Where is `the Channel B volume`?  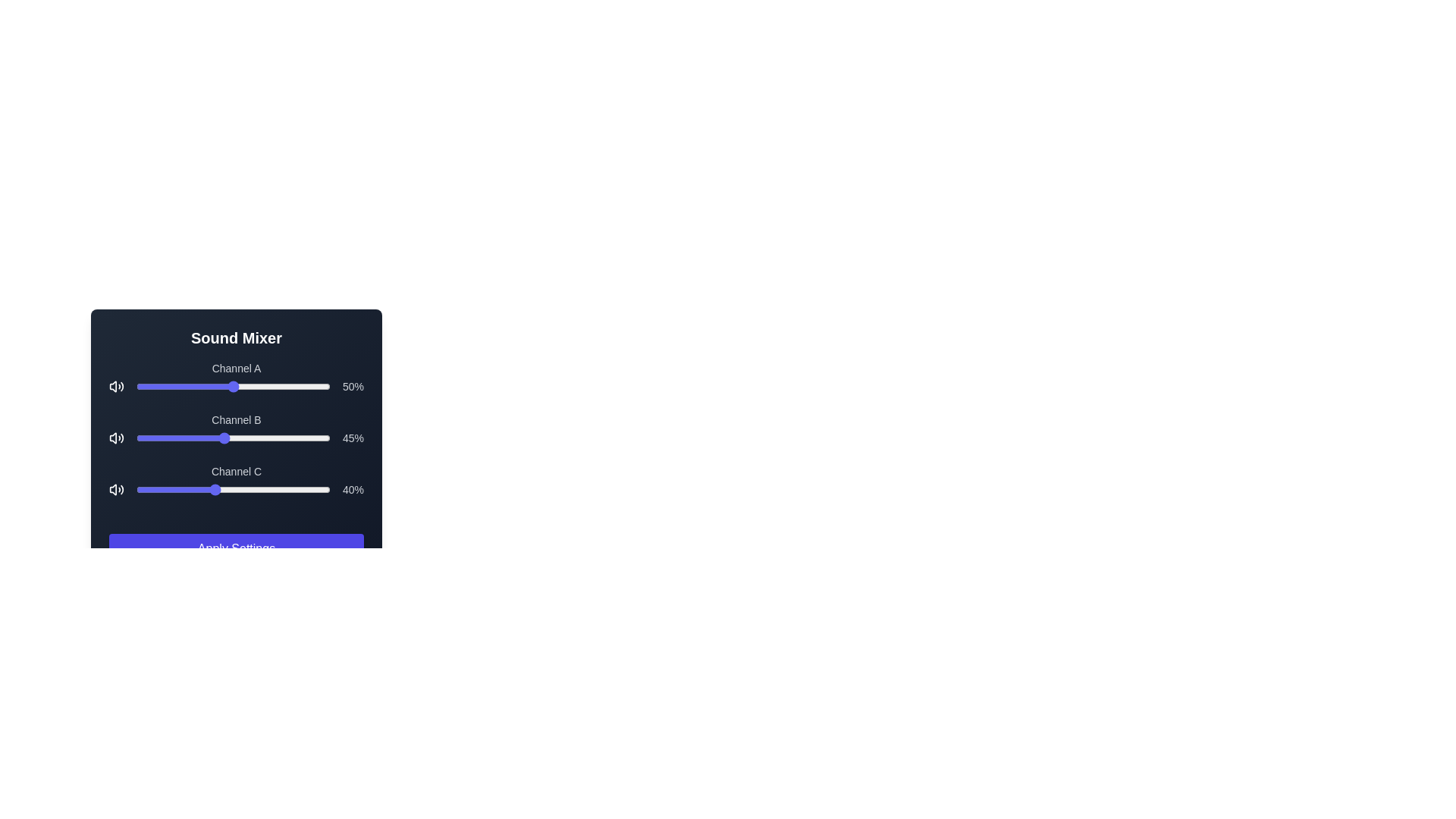
the Channel B volume is located at coordinates (209, 438).